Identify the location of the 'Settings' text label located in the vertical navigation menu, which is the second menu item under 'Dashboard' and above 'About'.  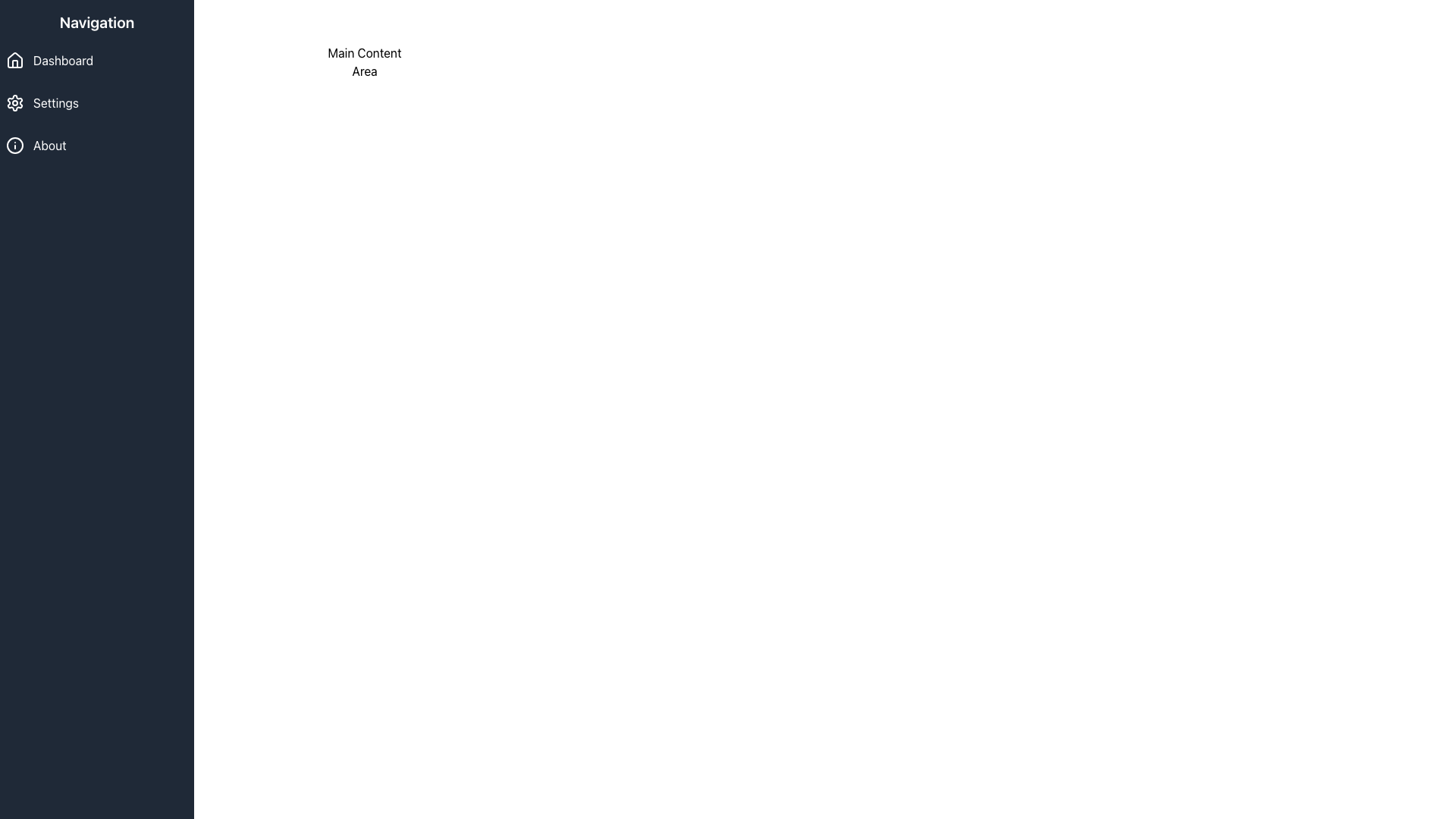
(55, 102).